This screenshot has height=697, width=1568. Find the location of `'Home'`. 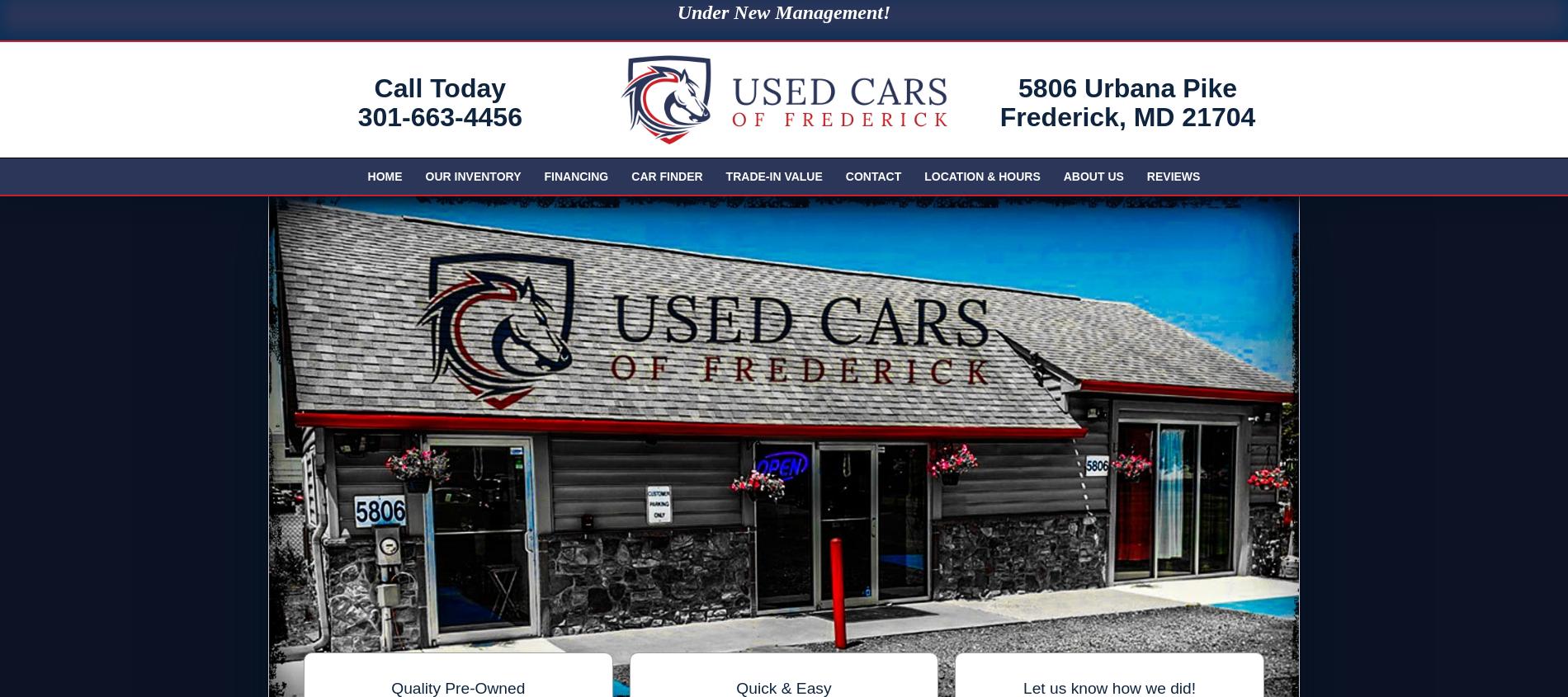

'Home' is located at coordinates (384, 176).